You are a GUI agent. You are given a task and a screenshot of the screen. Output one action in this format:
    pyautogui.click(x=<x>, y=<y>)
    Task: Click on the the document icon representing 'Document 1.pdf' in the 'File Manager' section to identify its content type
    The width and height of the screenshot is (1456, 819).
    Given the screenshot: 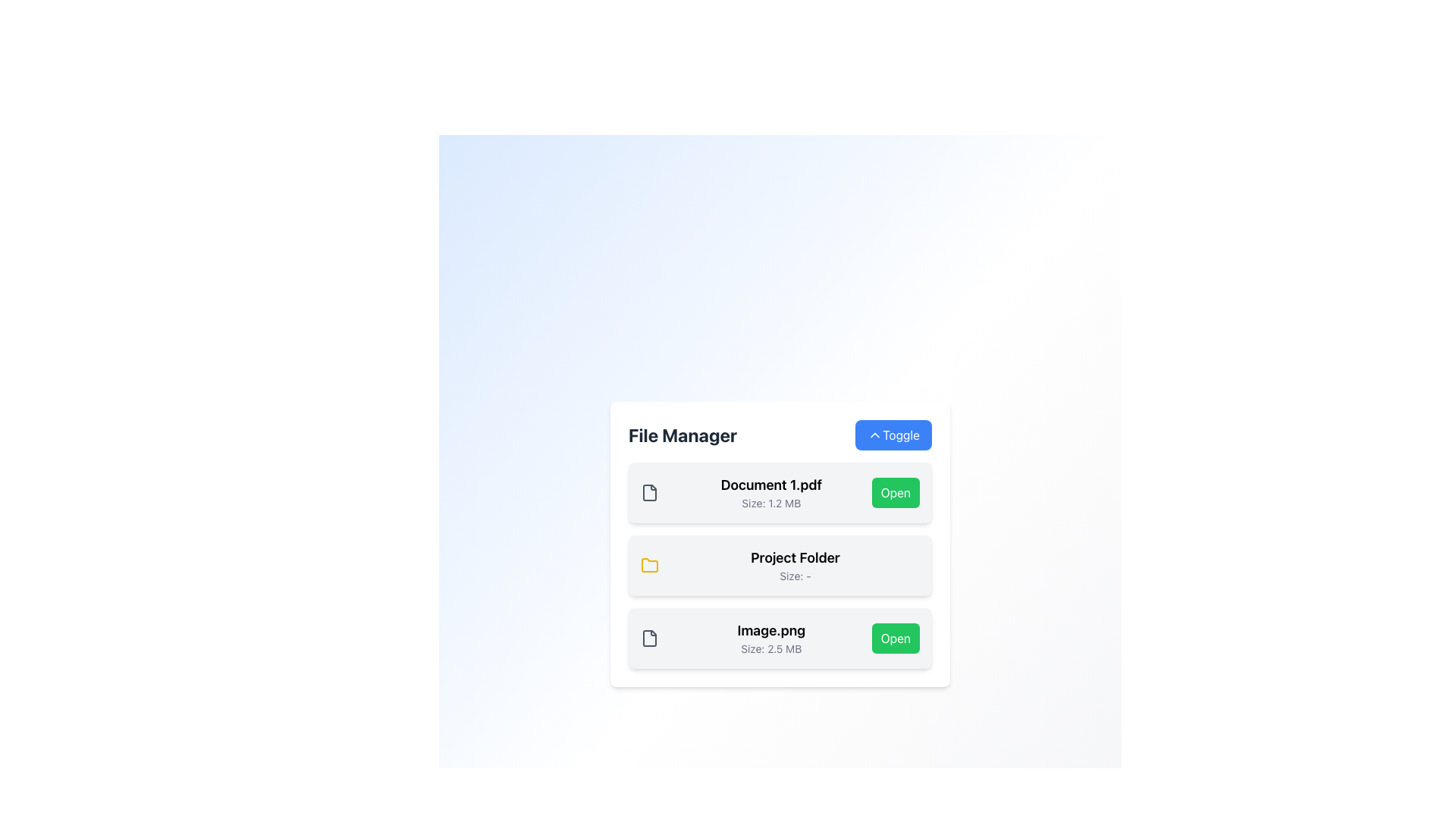 What is the action you would take?
    pyautogui.click(x=650, y=493)
    